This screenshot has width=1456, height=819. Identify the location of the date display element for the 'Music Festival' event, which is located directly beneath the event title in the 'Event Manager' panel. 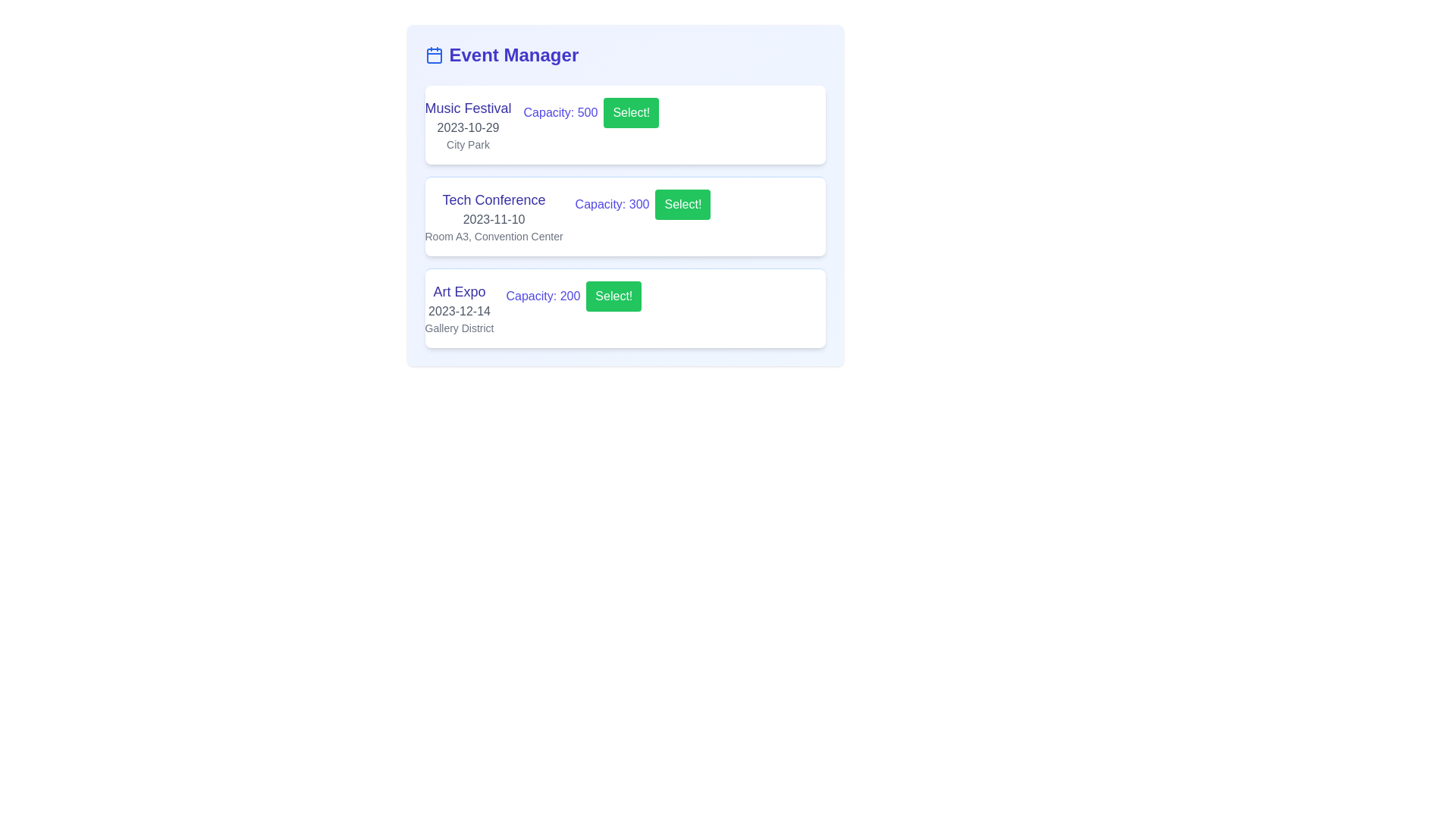
(467, 127).